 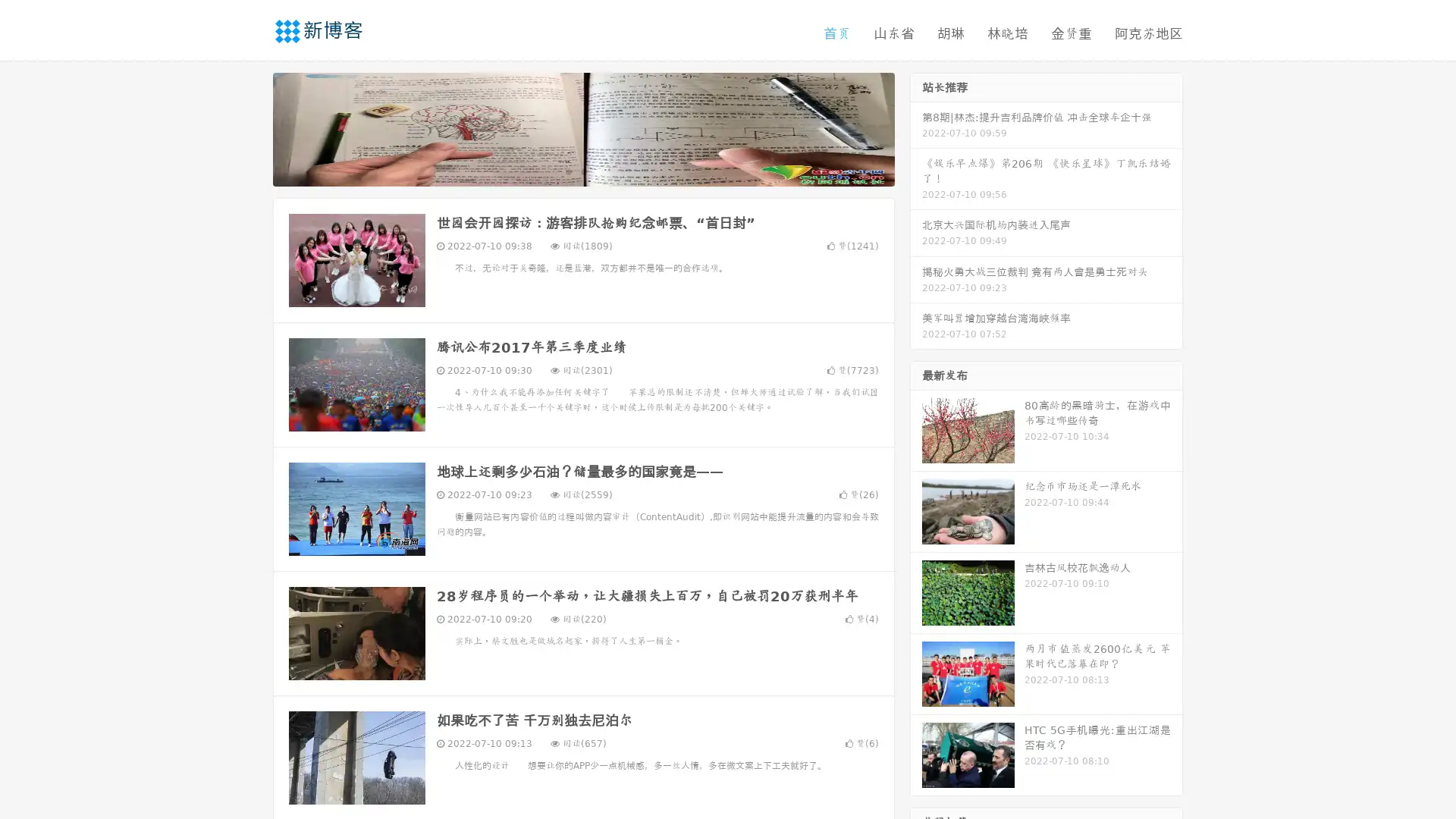 What do you see at coordinates (250, 127) in the screenshot?
I see `Previous slide` at bounding box center [250, 127].